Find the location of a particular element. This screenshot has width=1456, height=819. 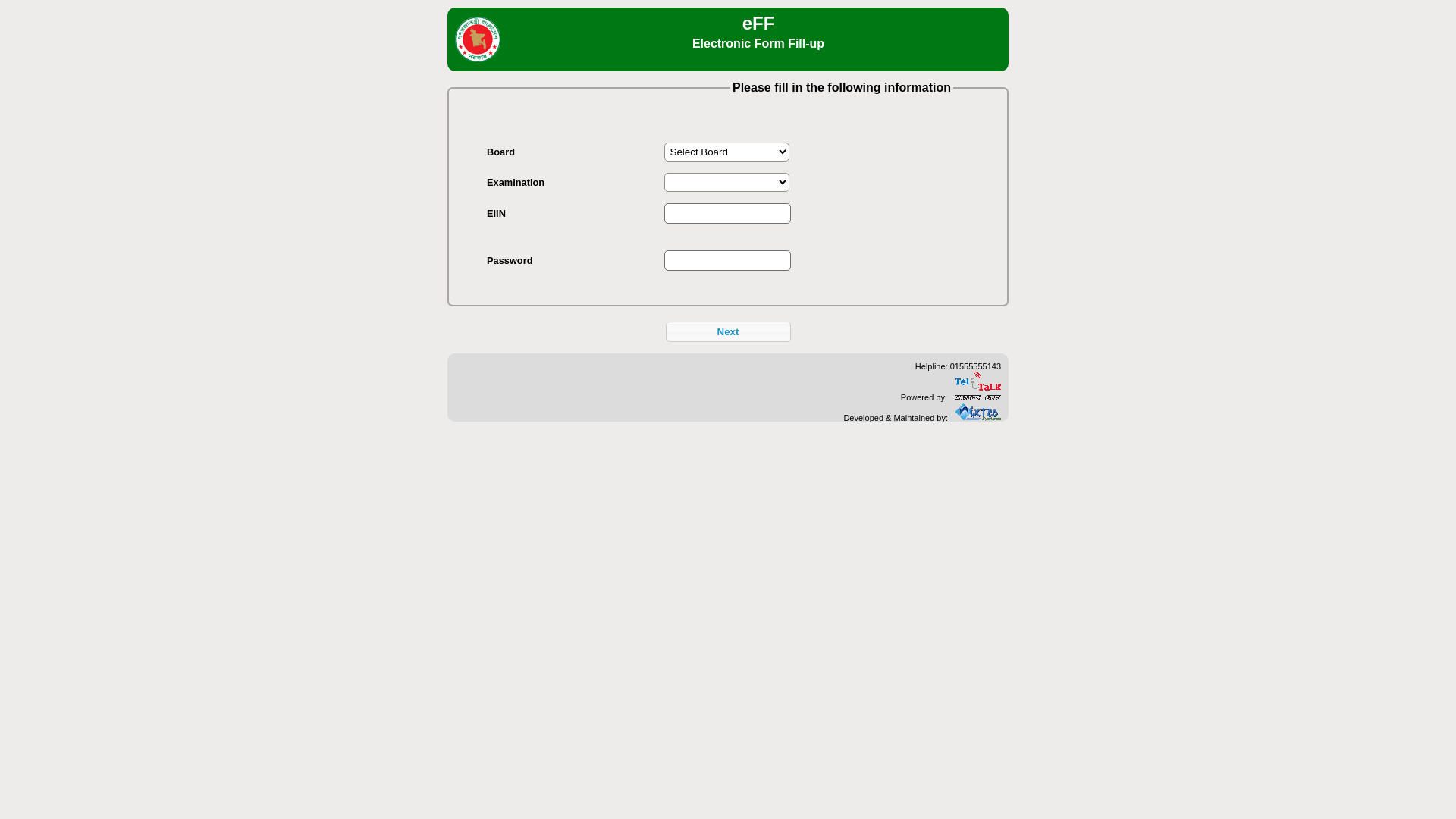

'Next' is located at coordinates (728, 331).